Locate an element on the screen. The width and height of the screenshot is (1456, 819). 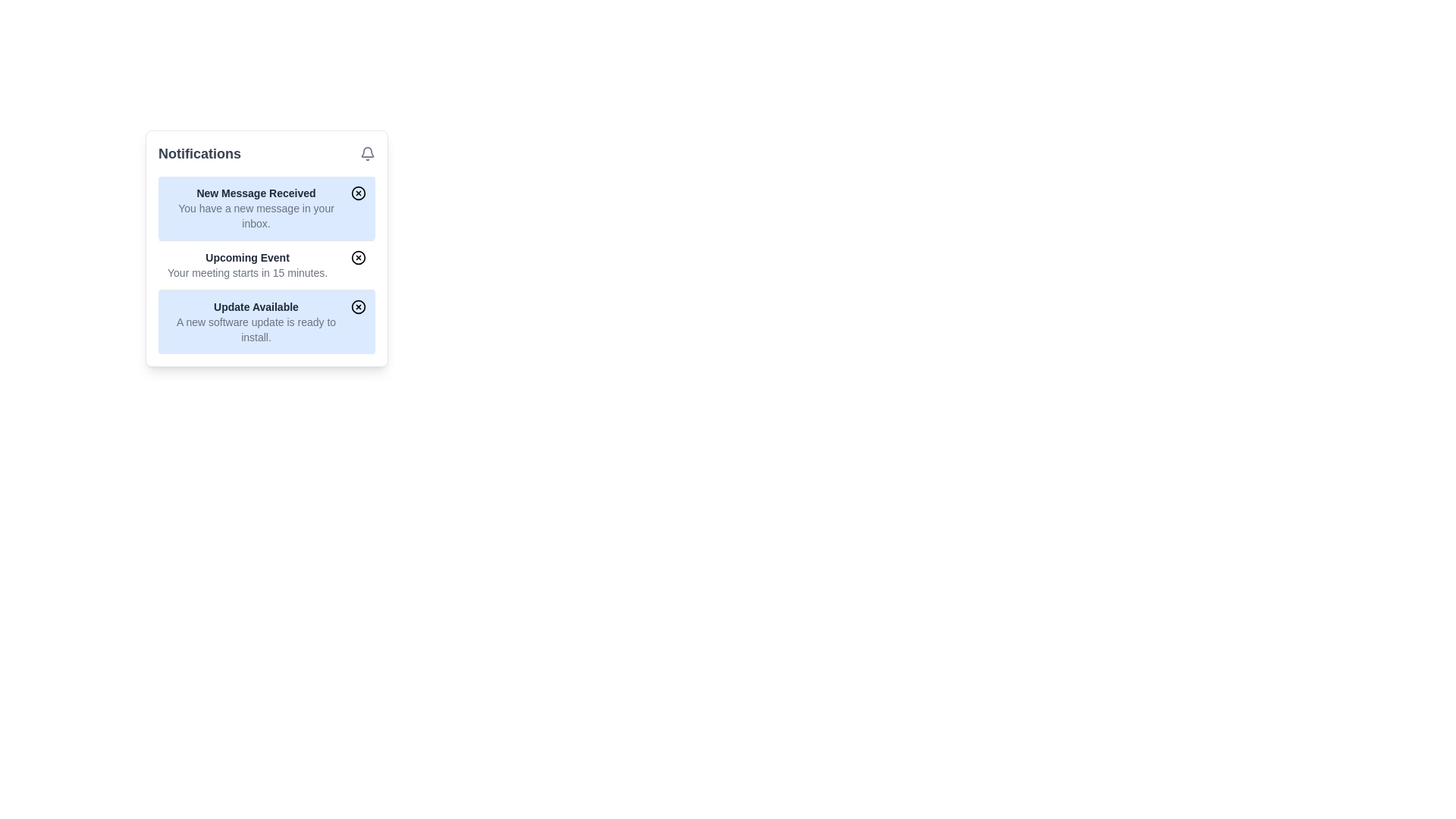
text of the Notification card that informs the user about the availability of a new software update, located in the notification panel between the 'Upcoming Event' notification and the bottom edge of the panel is located at coordinates (266, 321).